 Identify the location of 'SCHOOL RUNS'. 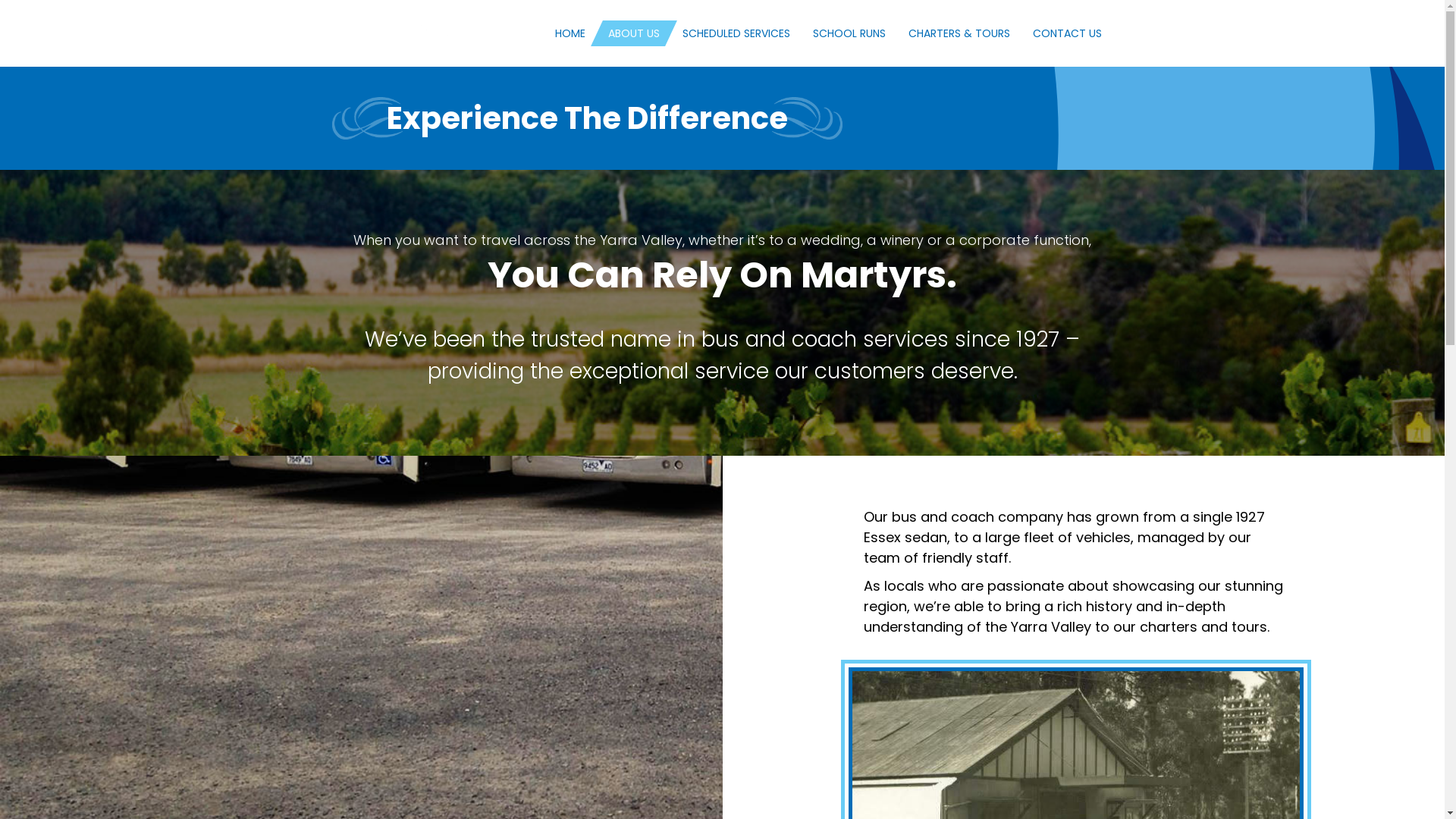
(843, 33).